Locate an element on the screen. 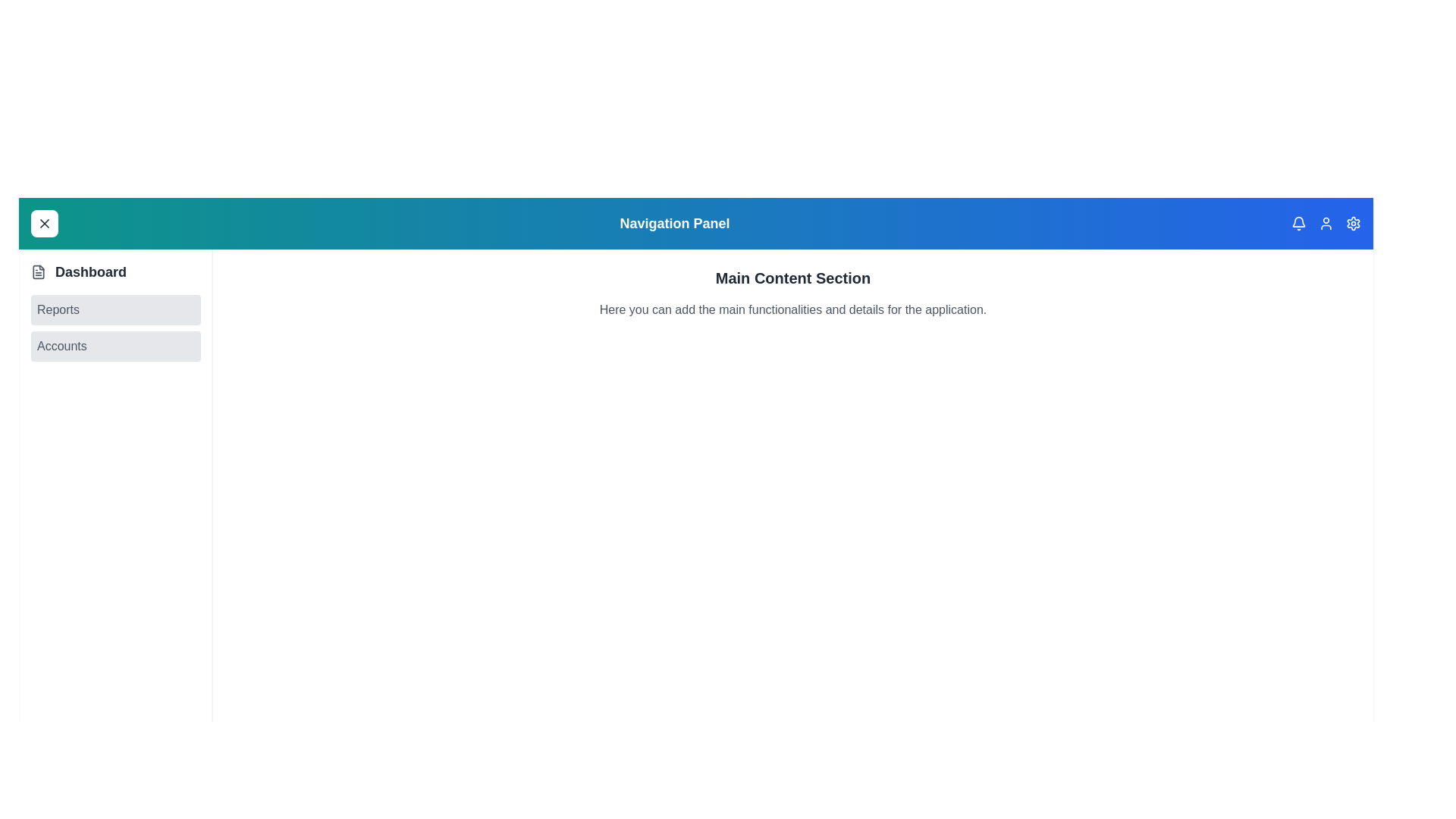  the Menu section in the left-side navigation panel, which contains vertically aligned options for 'Reports' and 'Accounts' is located at coordinates (115, 327).